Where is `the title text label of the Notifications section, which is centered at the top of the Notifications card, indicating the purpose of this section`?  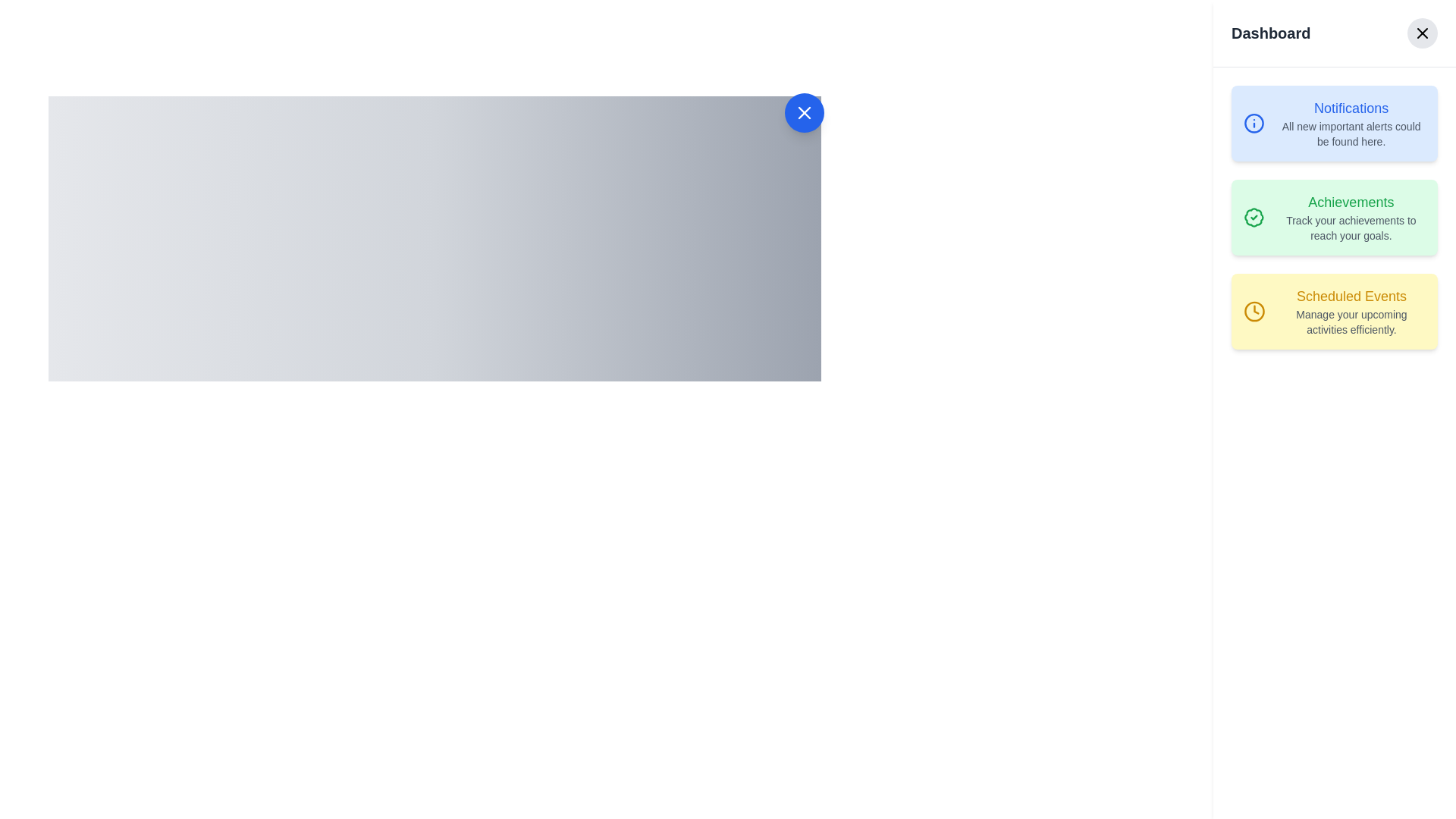 the title text label of the Notifications section, which is centered at the top of the Notifications card, indicating the purpose of this section is located at coordinates (1351, 107).